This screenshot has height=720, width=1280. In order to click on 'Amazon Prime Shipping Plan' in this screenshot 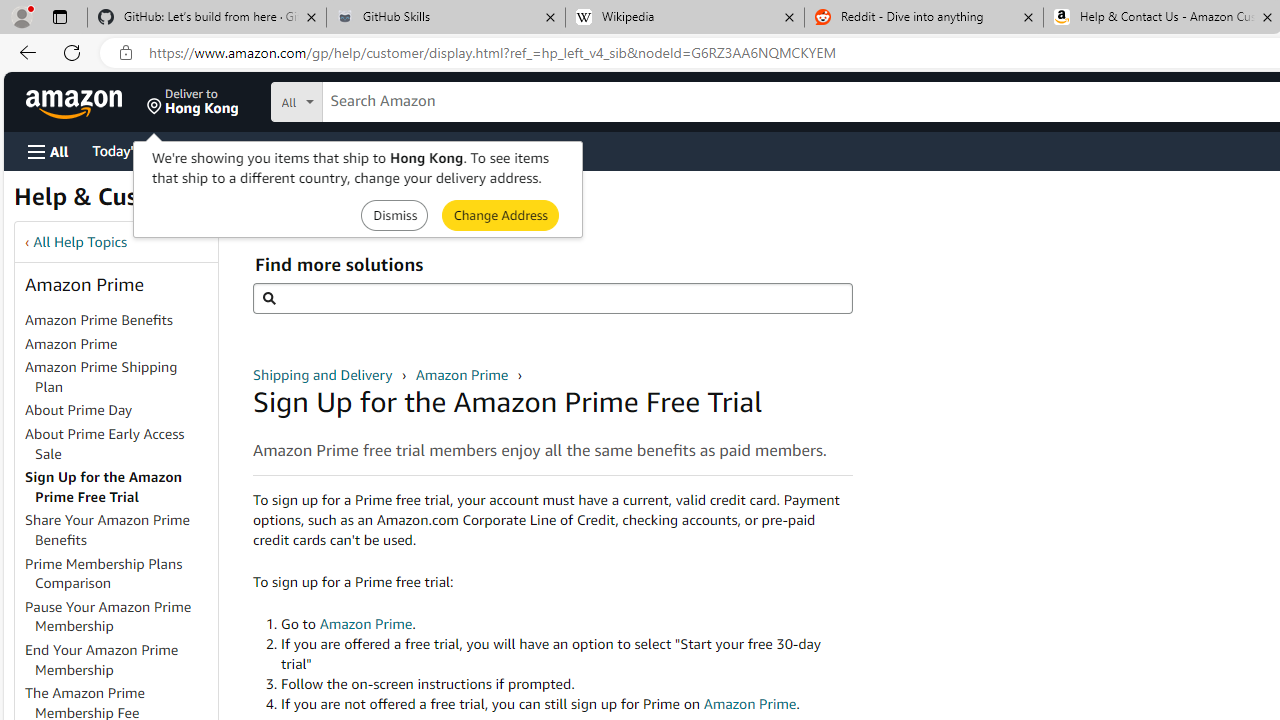, I will do `click(119, 378)`.